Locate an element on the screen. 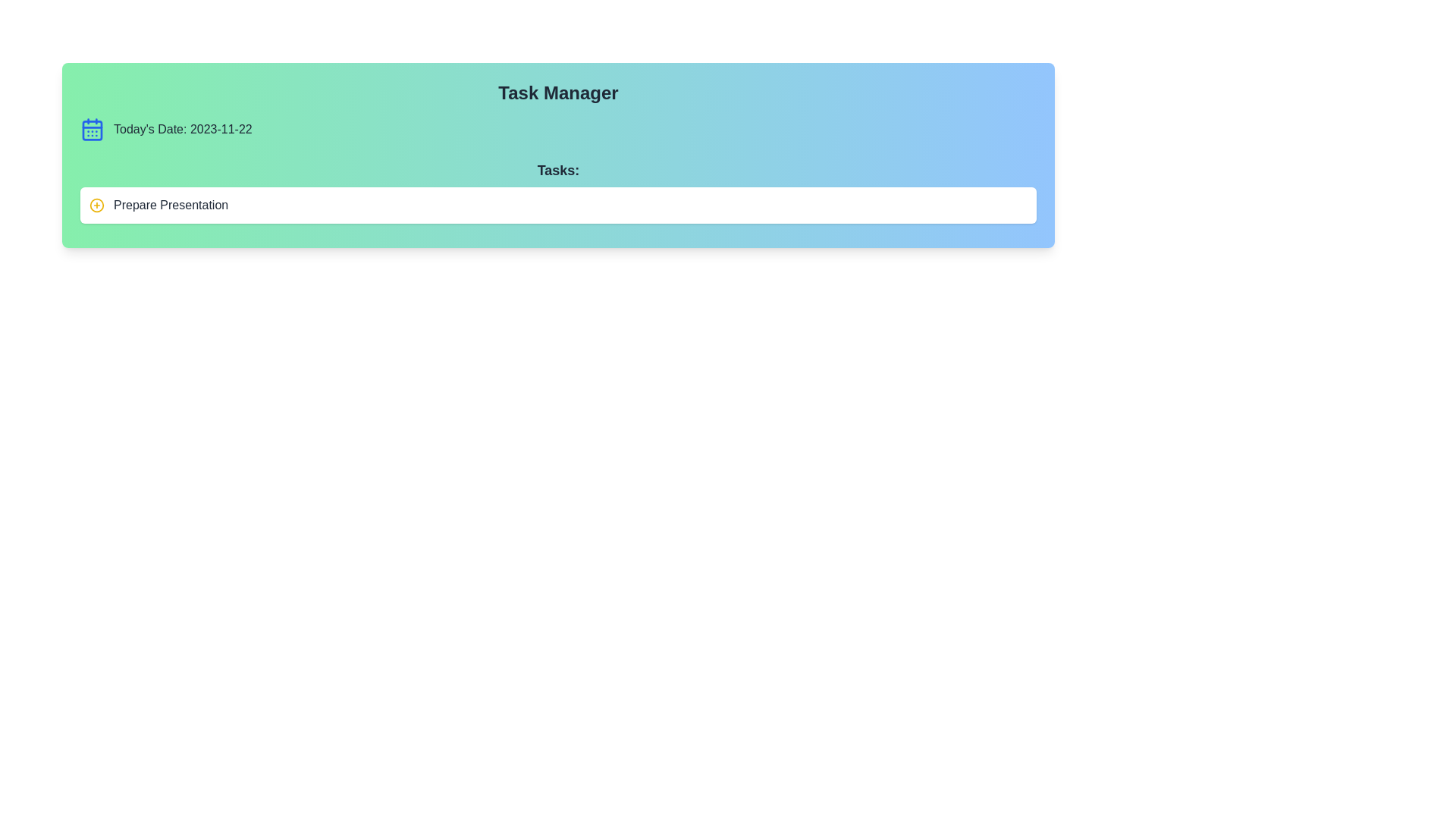  the main section of the calendar icon located to the left of the text 'Today's Date: 2023-11-22' is located at coordinates (91, 130).